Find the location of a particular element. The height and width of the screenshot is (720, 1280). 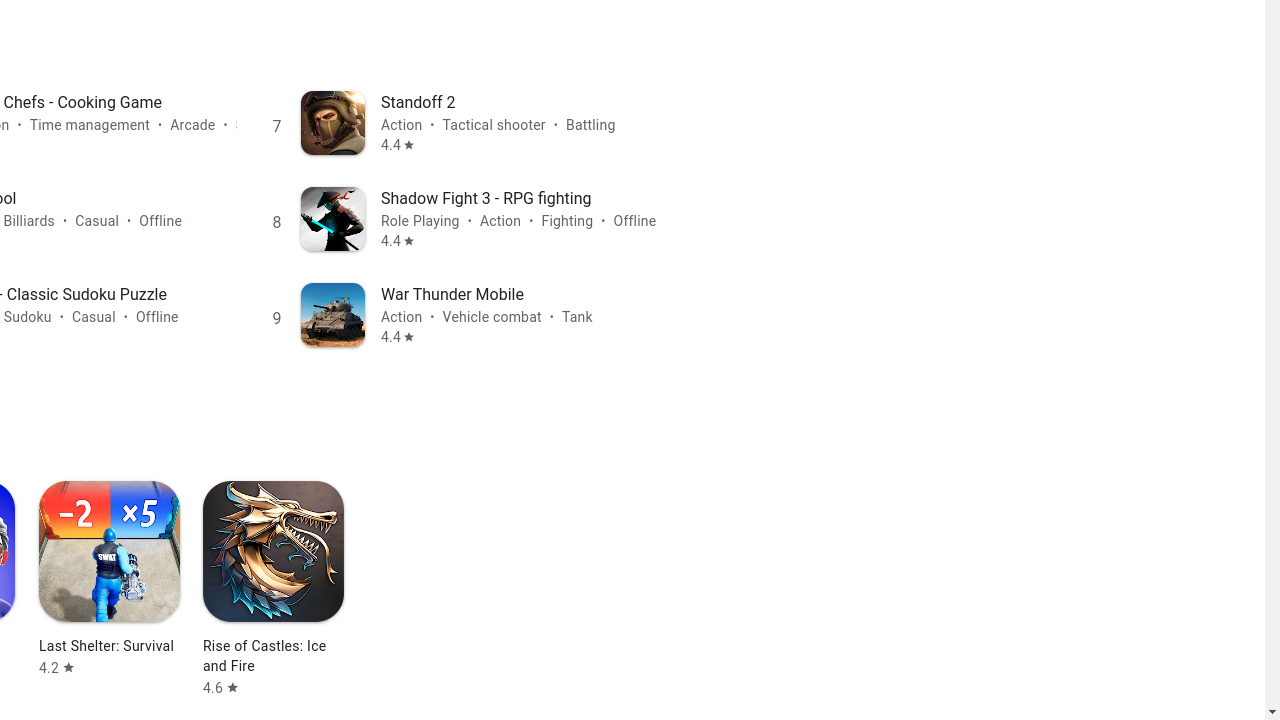

'Rank 9 War Thunder Mobile Action • Vehicle combat • Tank Rated 4.4 stars out of five stars' is located at coordinates (467, 314).